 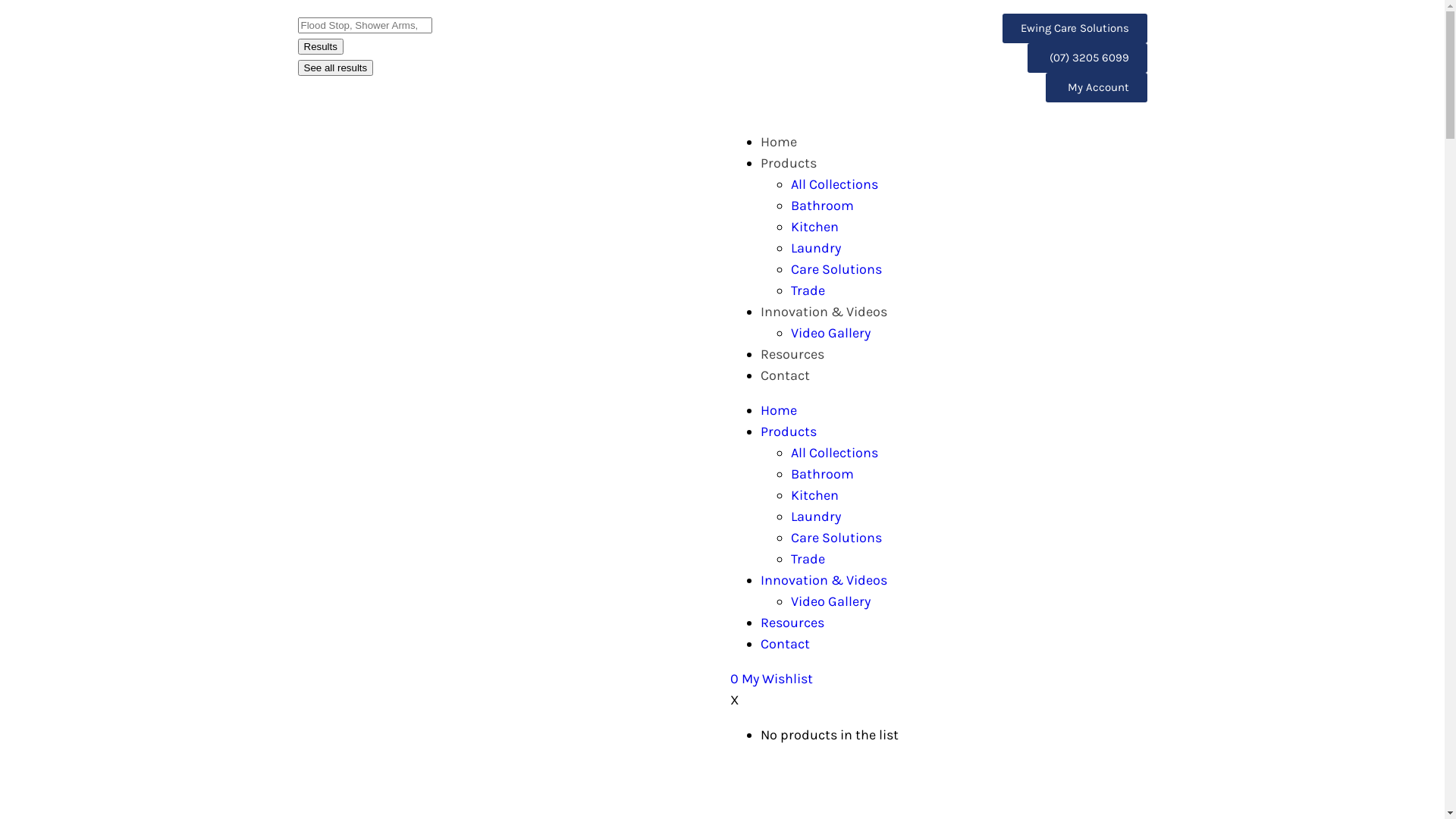 What do you see at coordinates (297, 67) in the screenshot?
I see `'See all results'` at bounding box center [297, 67].